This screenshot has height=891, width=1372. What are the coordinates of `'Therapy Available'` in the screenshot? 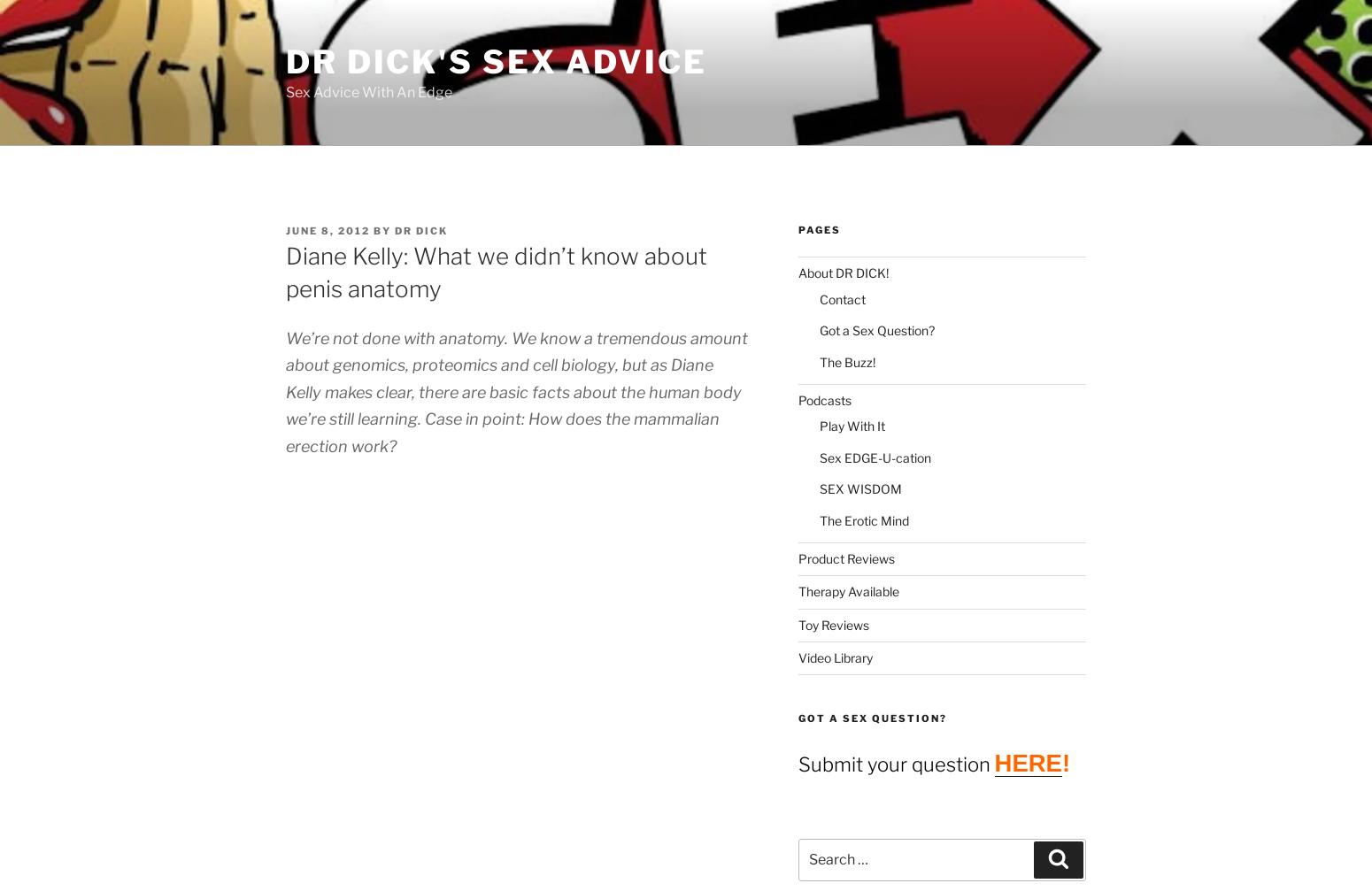 It's located at (847, 590).